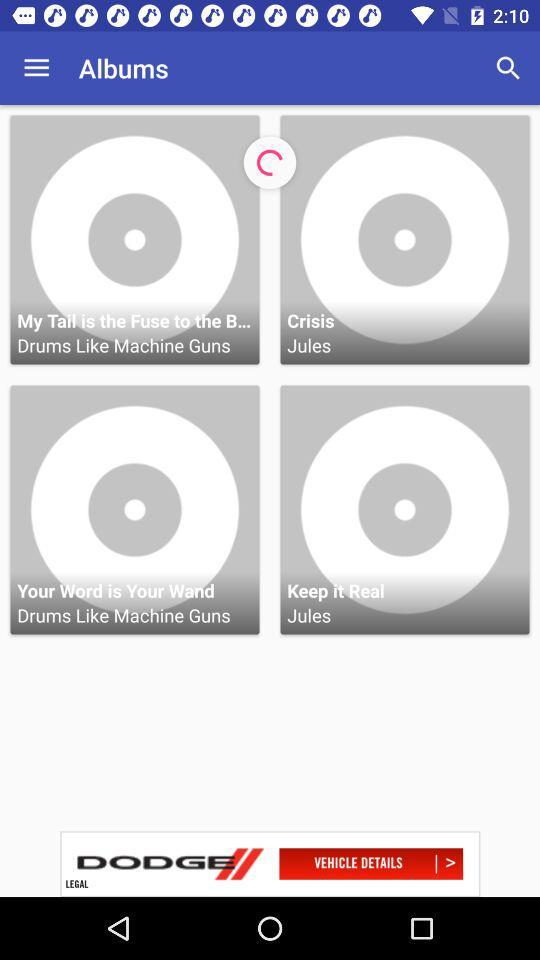 This screenshot has height=960, width=540. I want to click on a second image which is below albums on a left side of page, so click(135, 509).